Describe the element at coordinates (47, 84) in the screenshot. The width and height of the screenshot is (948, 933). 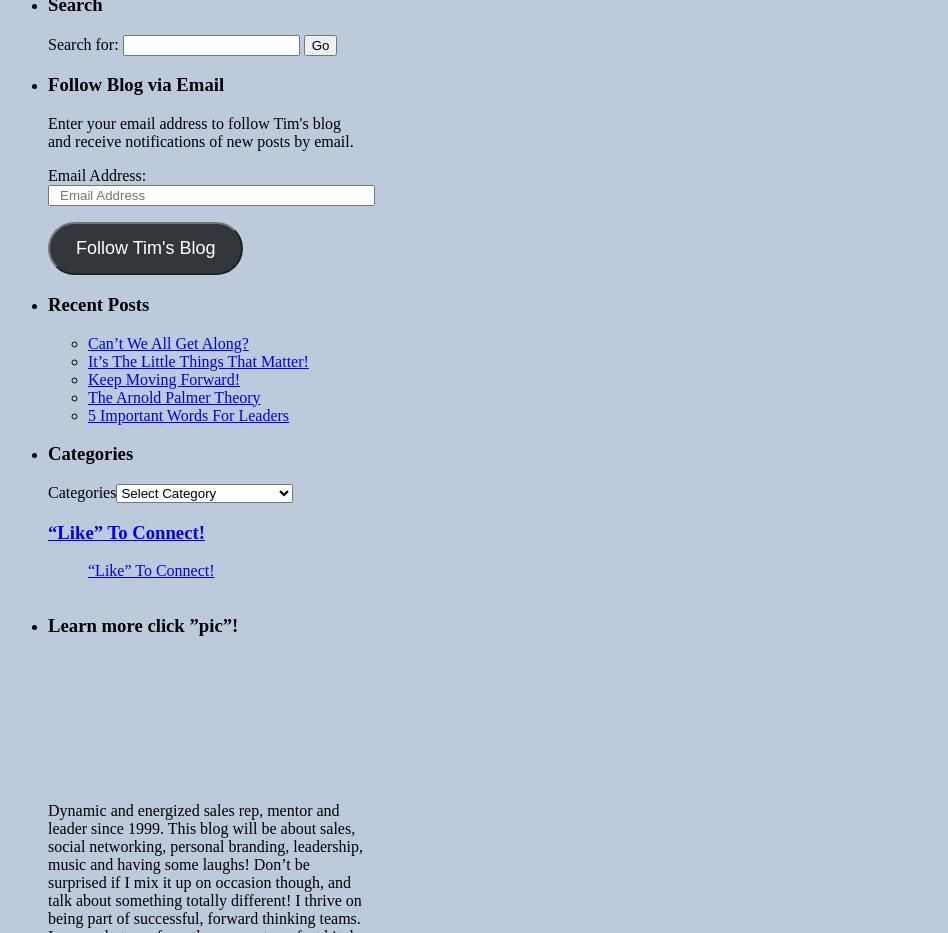
I see `'Follow Blog via Email'` at that location.